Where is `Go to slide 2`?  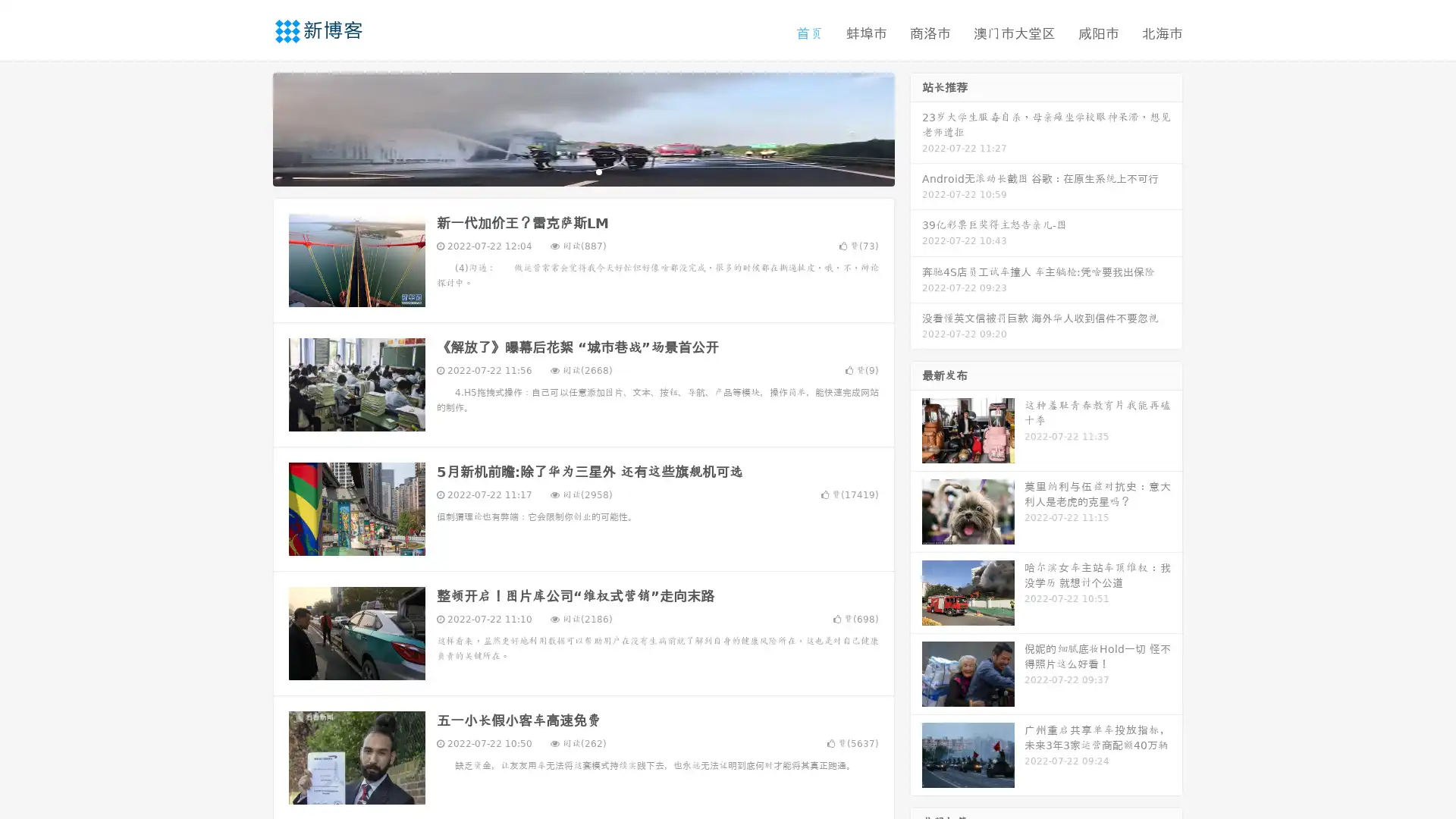
Go to slide 2 is located at coordinates (582, 171).